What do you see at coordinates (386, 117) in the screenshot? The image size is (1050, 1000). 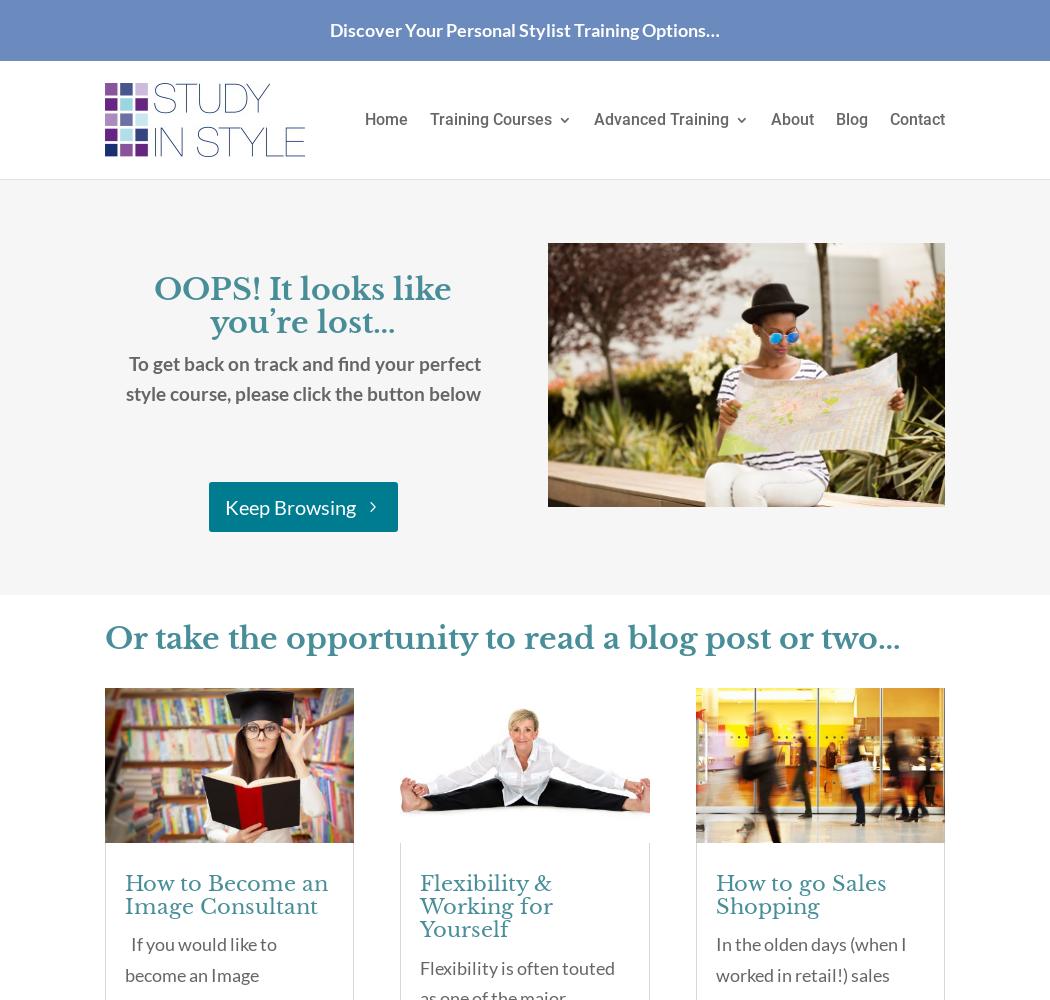 I see `'Home'` at bounding box center [386, 117].